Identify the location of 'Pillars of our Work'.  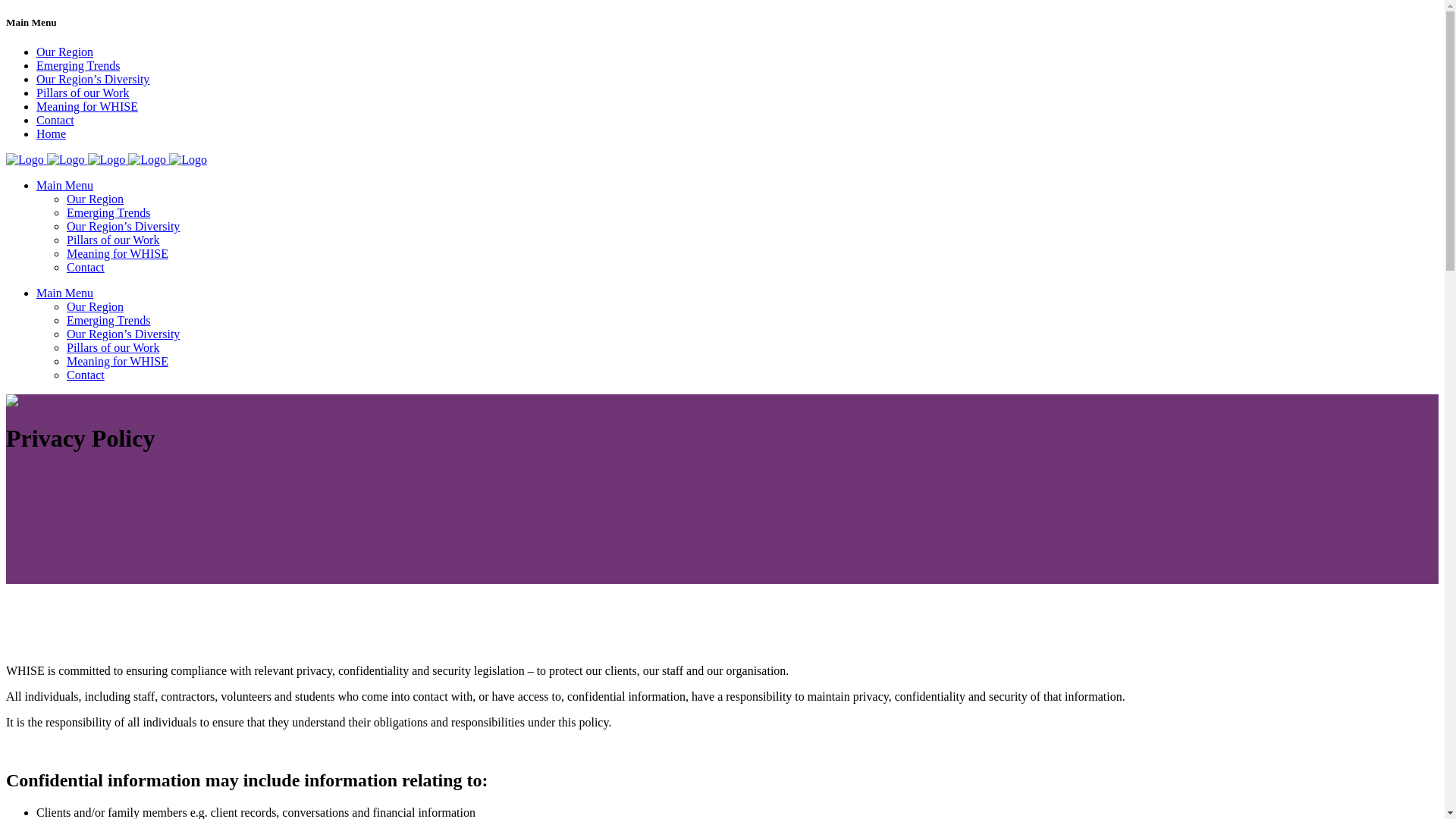
(111, 347).